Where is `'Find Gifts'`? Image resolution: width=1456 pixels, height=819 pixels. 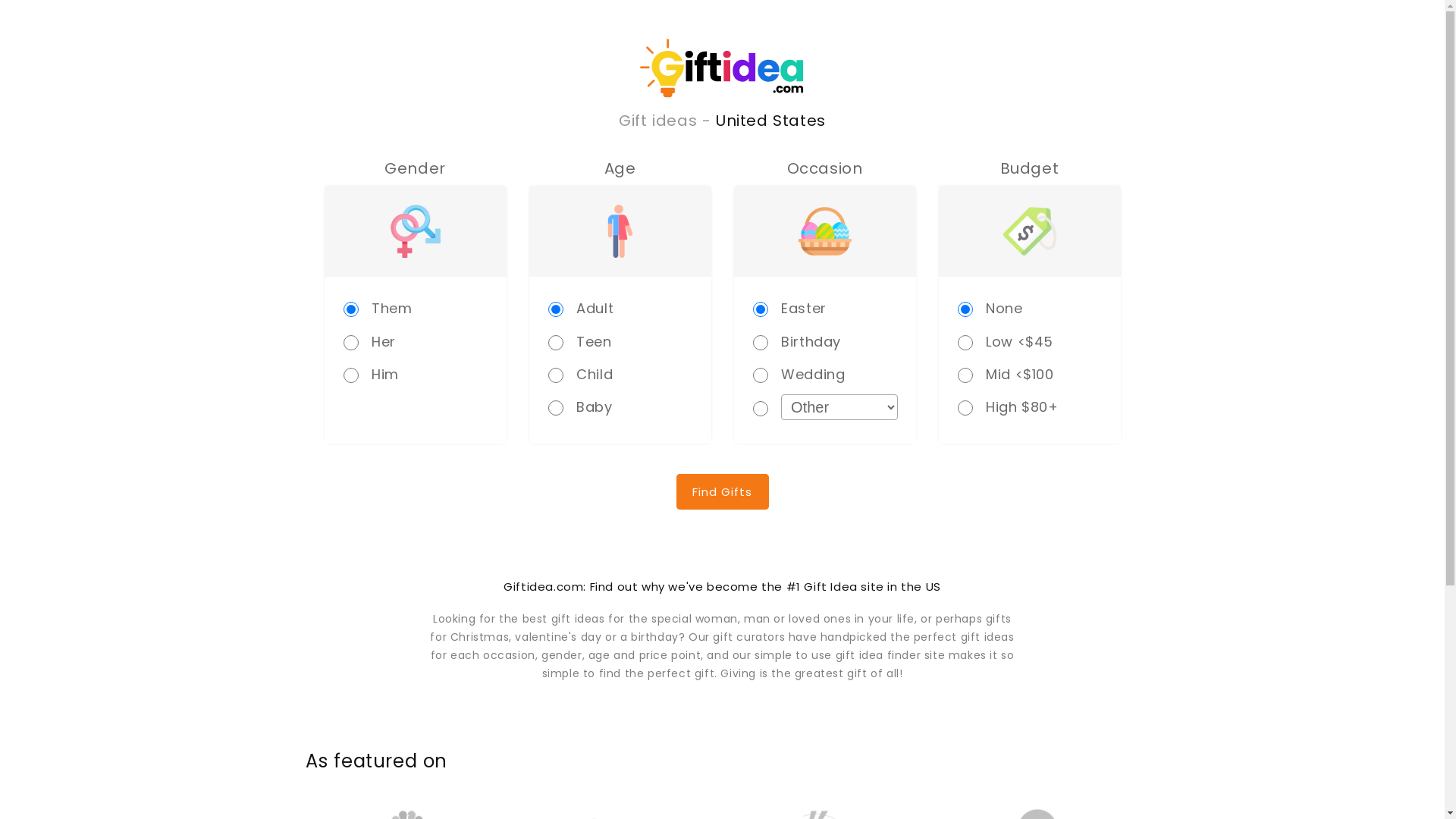 'Find Gifts' is located at coordinates (722, 491).